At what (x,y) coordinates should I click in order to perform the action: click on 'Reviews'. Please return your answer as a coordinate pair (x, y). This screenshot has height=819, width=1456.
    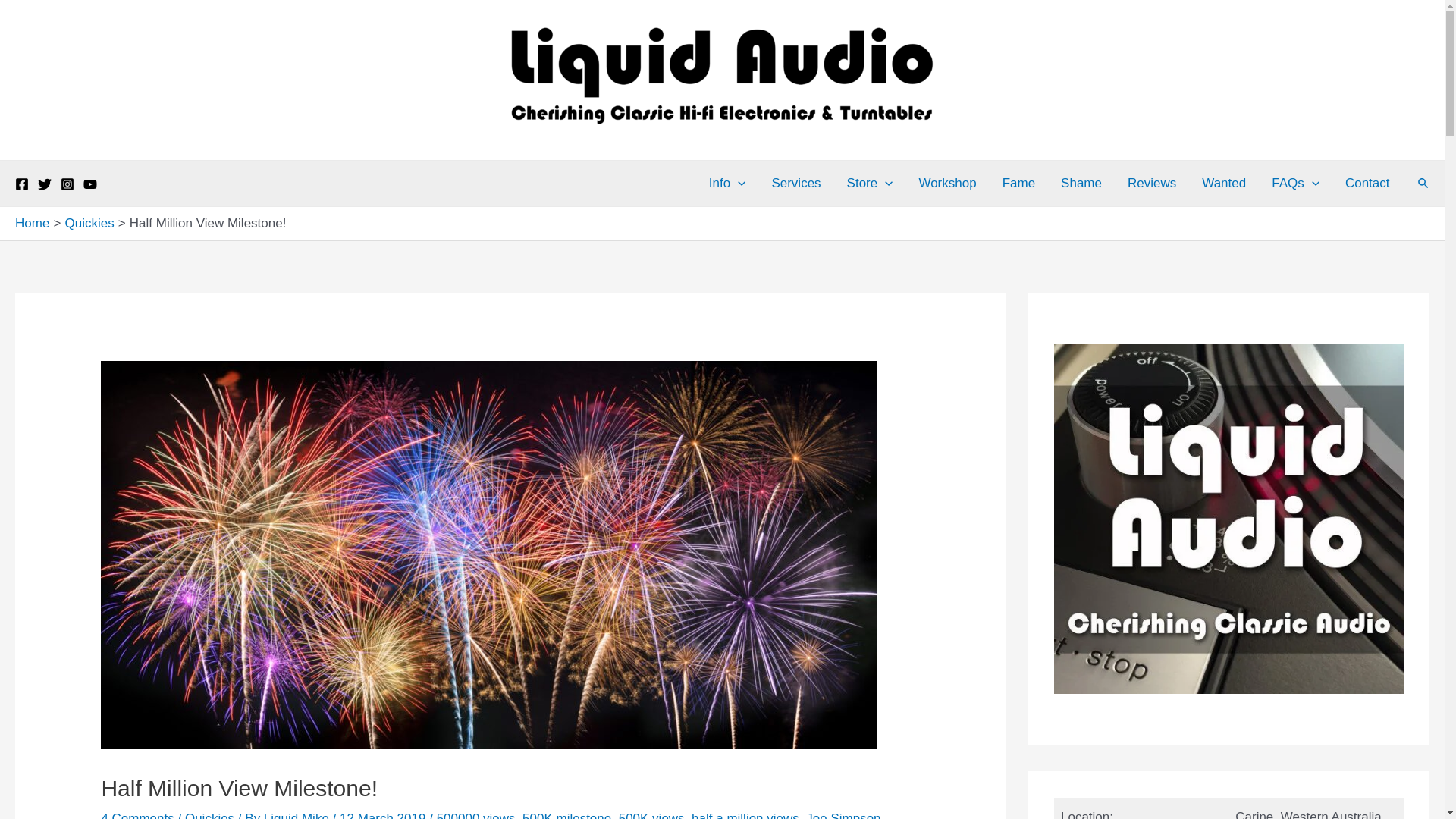
    Looking at the image, I should click on (1151, 183).